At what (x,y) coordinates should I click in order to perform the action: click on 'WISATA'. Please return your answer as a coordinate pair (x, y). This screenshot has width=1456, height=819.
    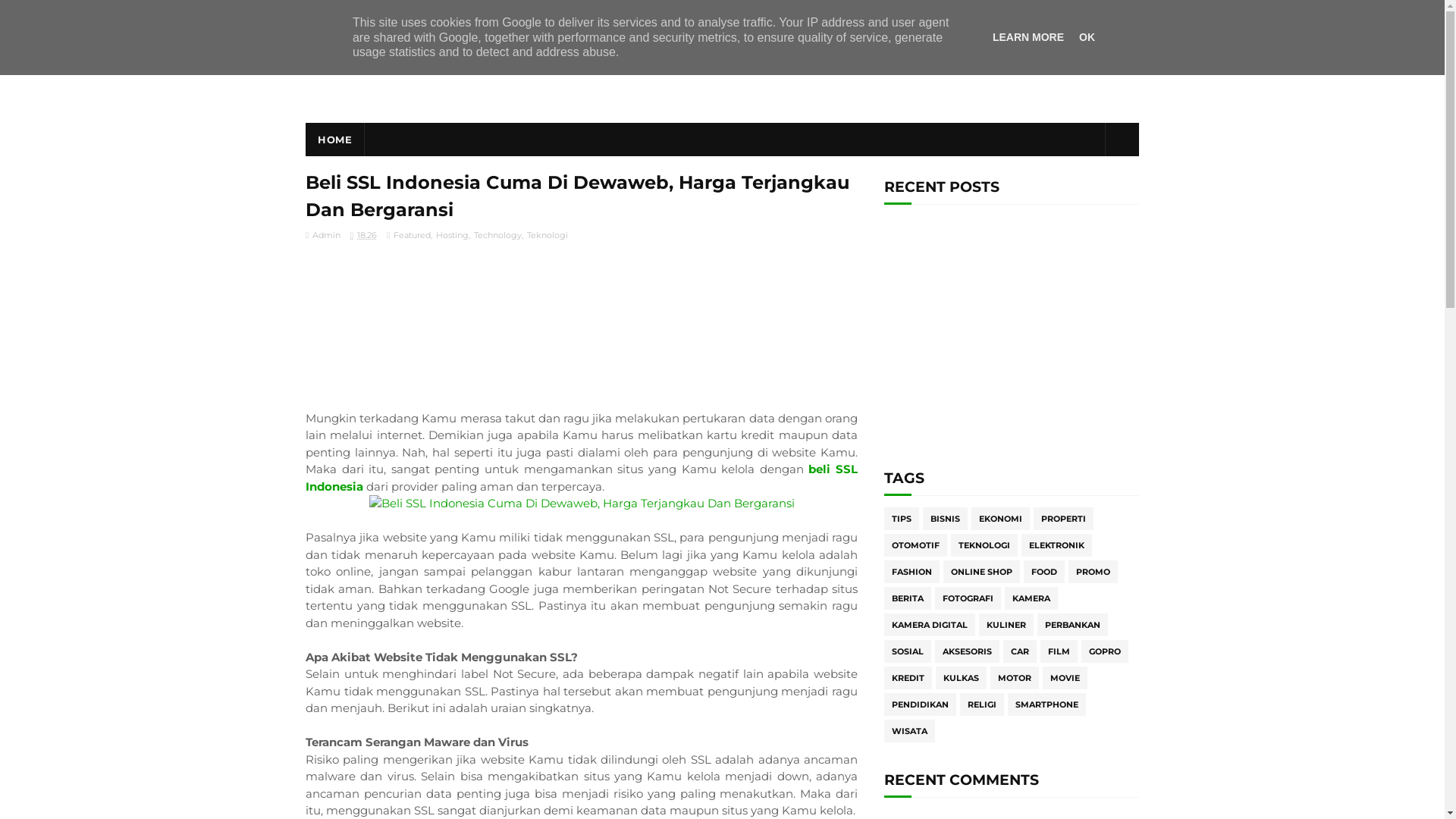
    Looking at the image, I should click on (909, 730).